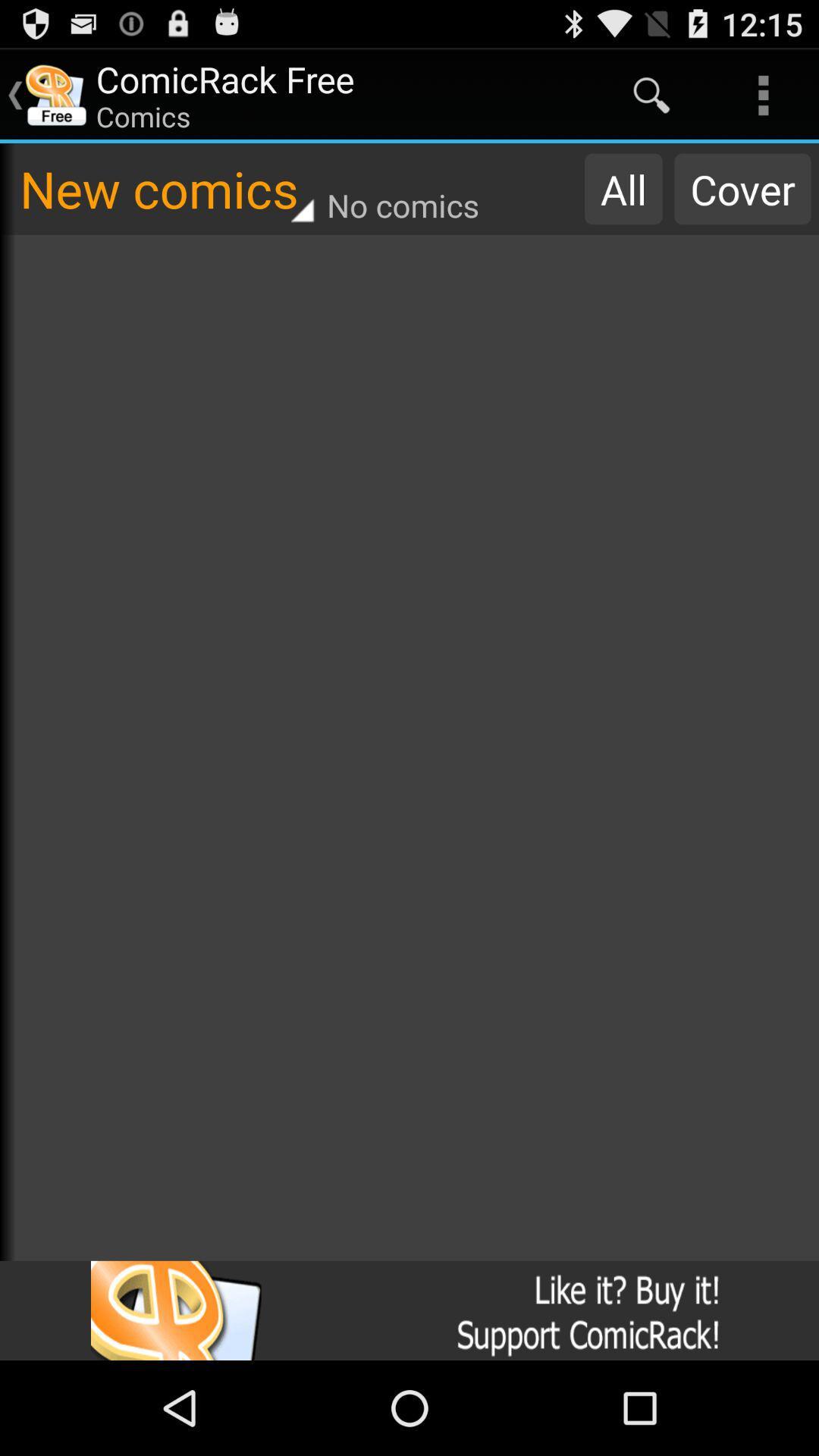 Image resolution: width=819 pixels, height=1456 pixels. What do you see at coordinates (742, 188) in the screenshot?
I see `item to the right of all item` at bounding box center [742, 188].